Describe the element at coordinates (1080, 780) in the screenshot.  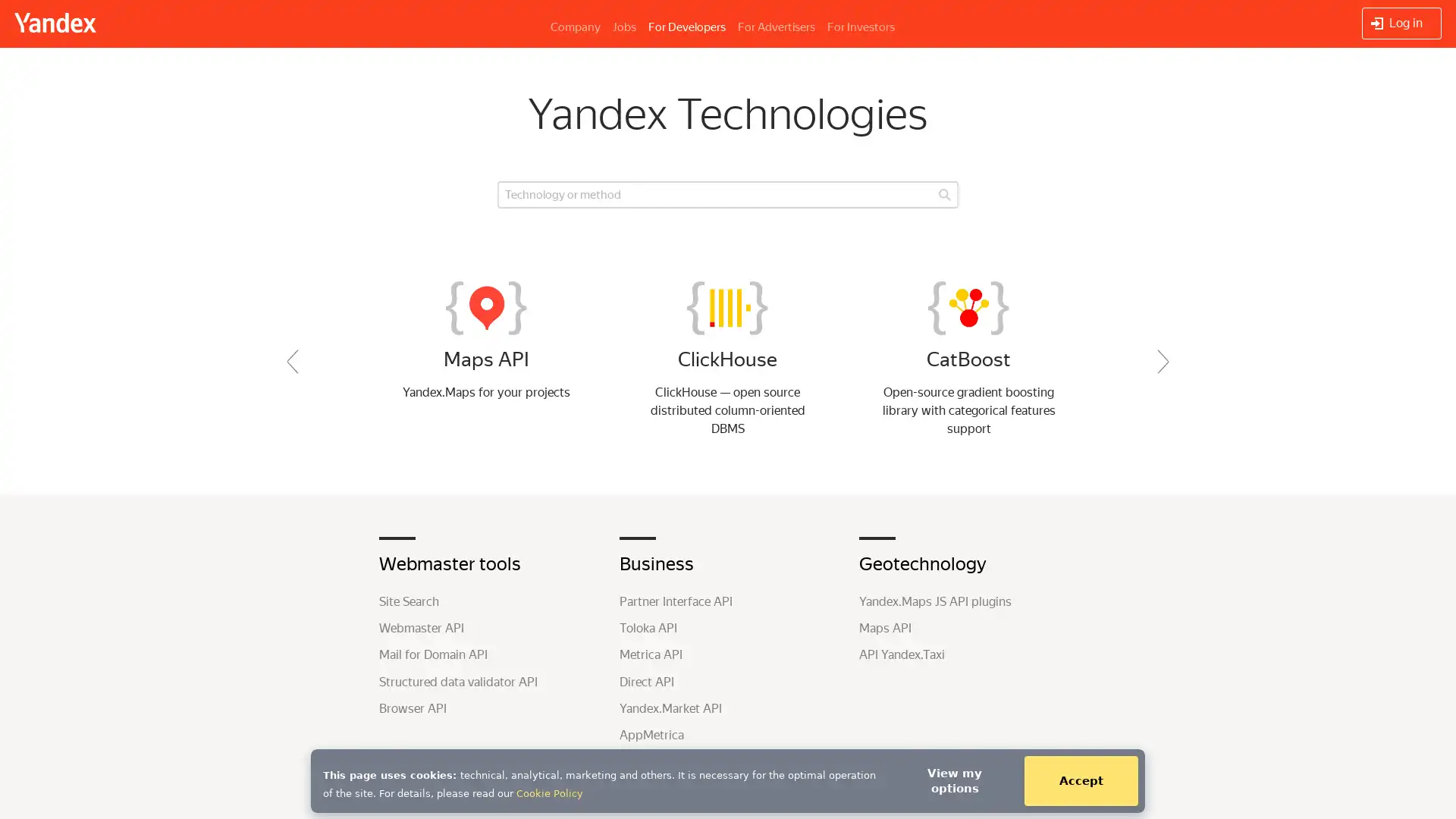
I see `Accept` at that location.